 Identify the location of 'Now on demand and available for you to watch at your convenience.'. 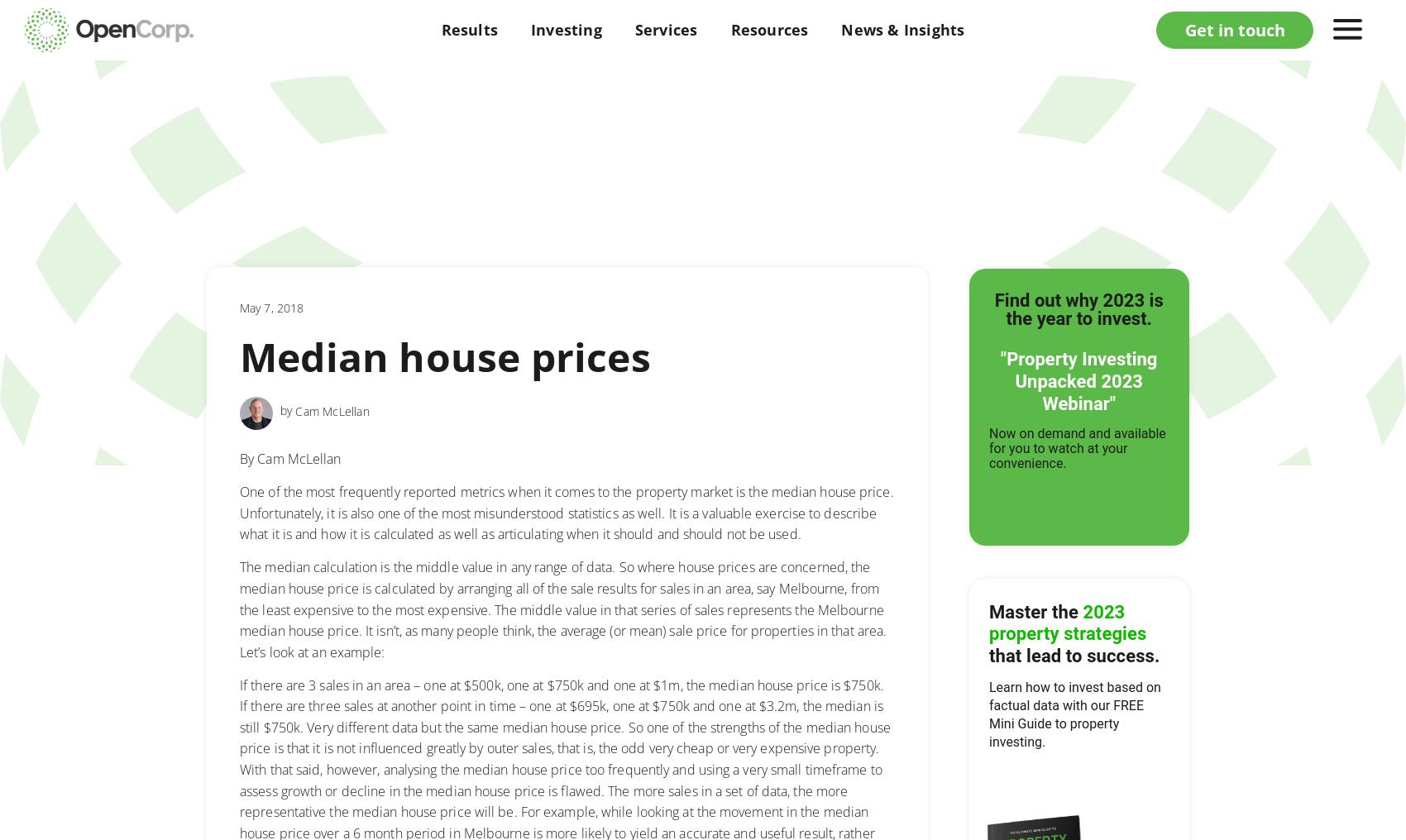
(988, 447).